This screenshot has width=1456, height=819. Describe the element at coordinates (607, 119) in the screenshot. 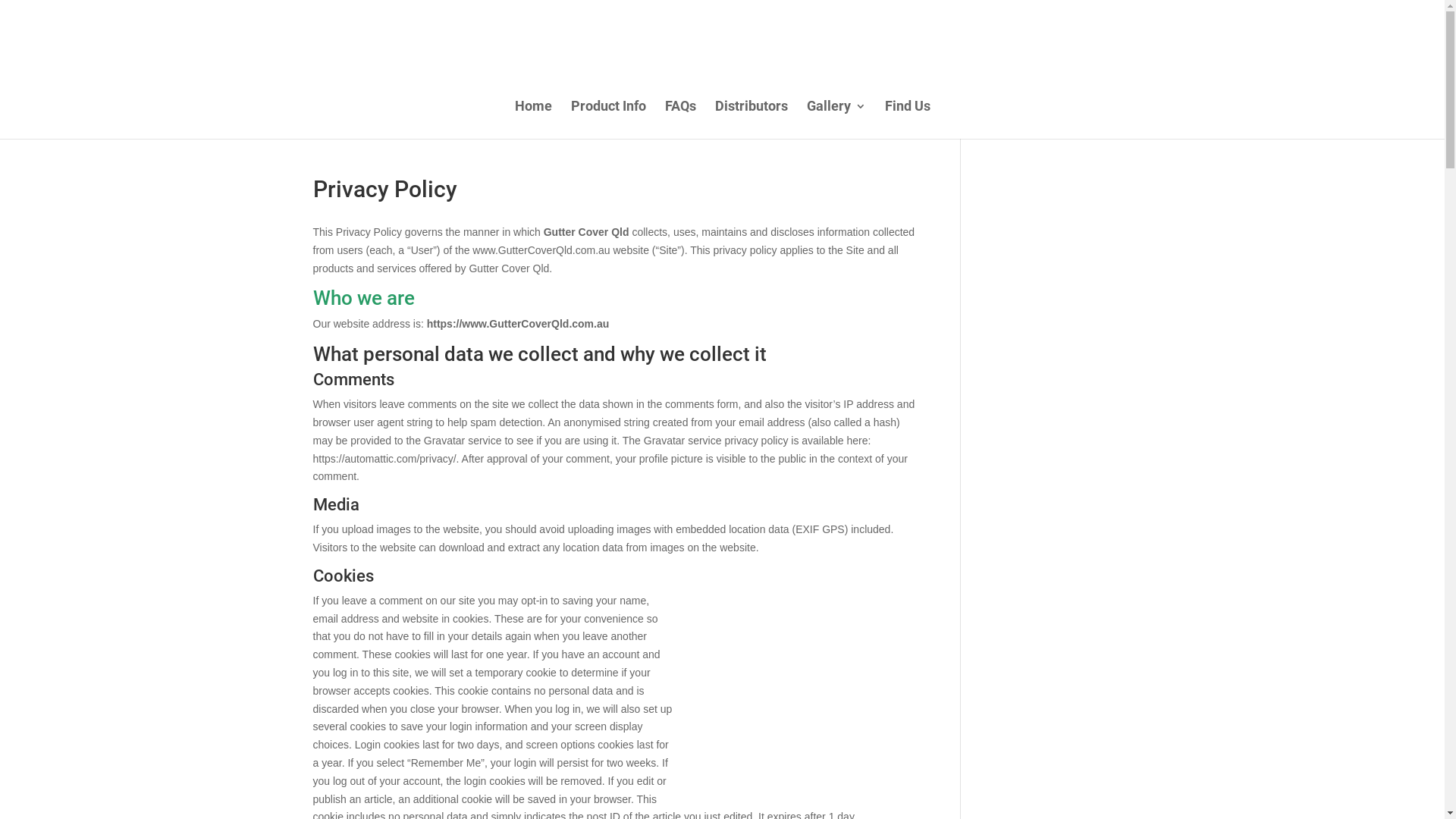

I see `'Product Info'` at that location.